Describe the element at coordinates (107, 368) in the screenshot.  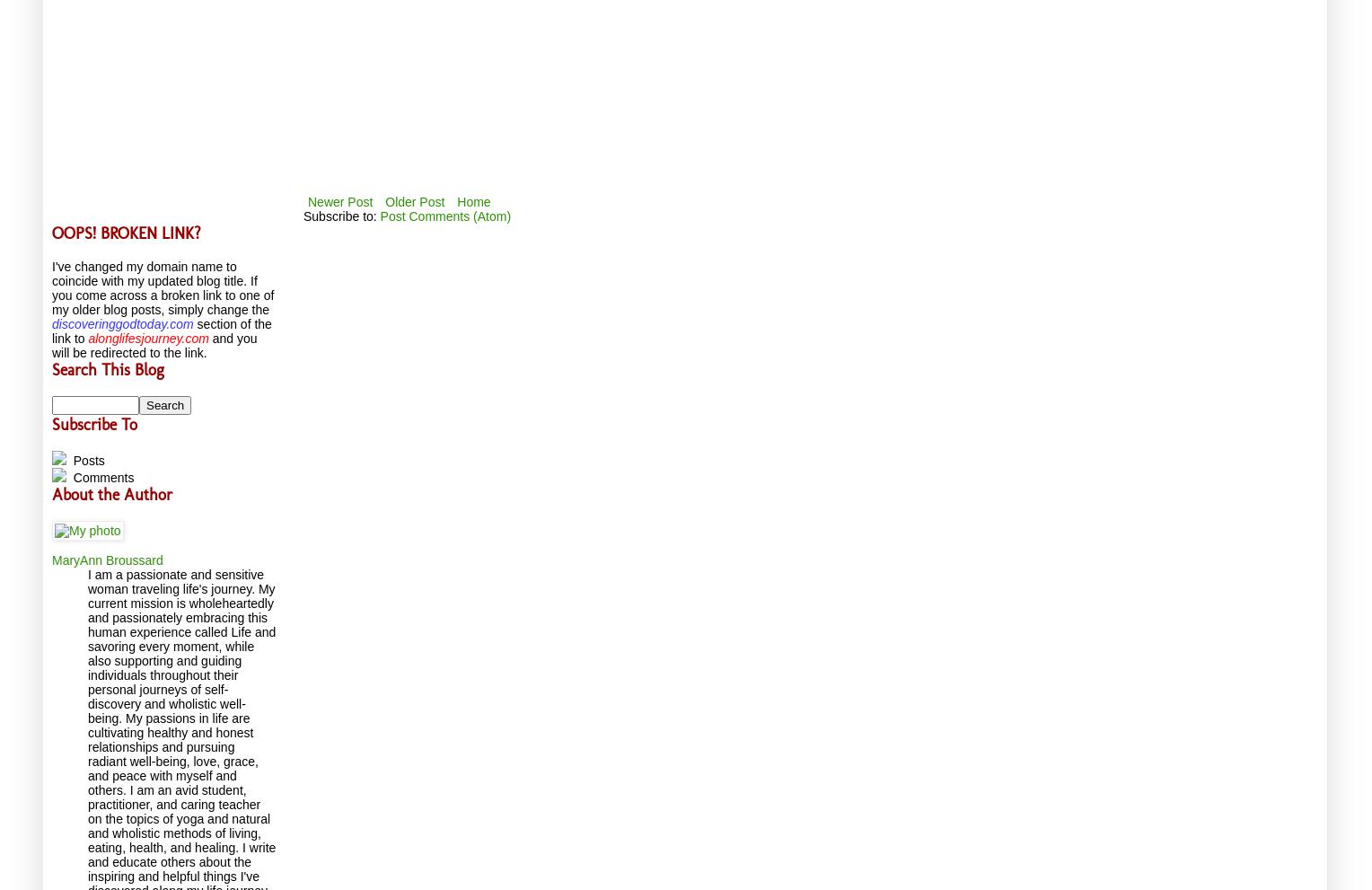
I see `'Search This Blog'` at that location.